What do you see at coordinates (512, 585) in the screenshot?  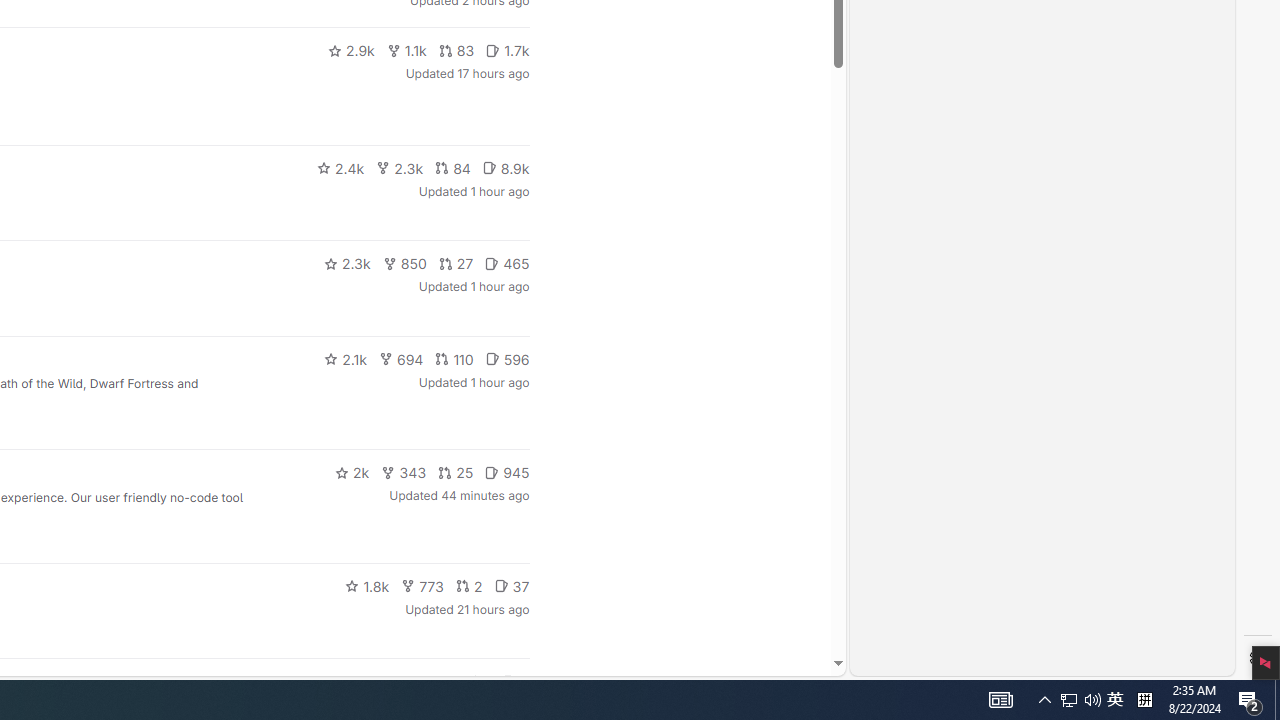 I see `'37'` at bounding box center [512, 585].